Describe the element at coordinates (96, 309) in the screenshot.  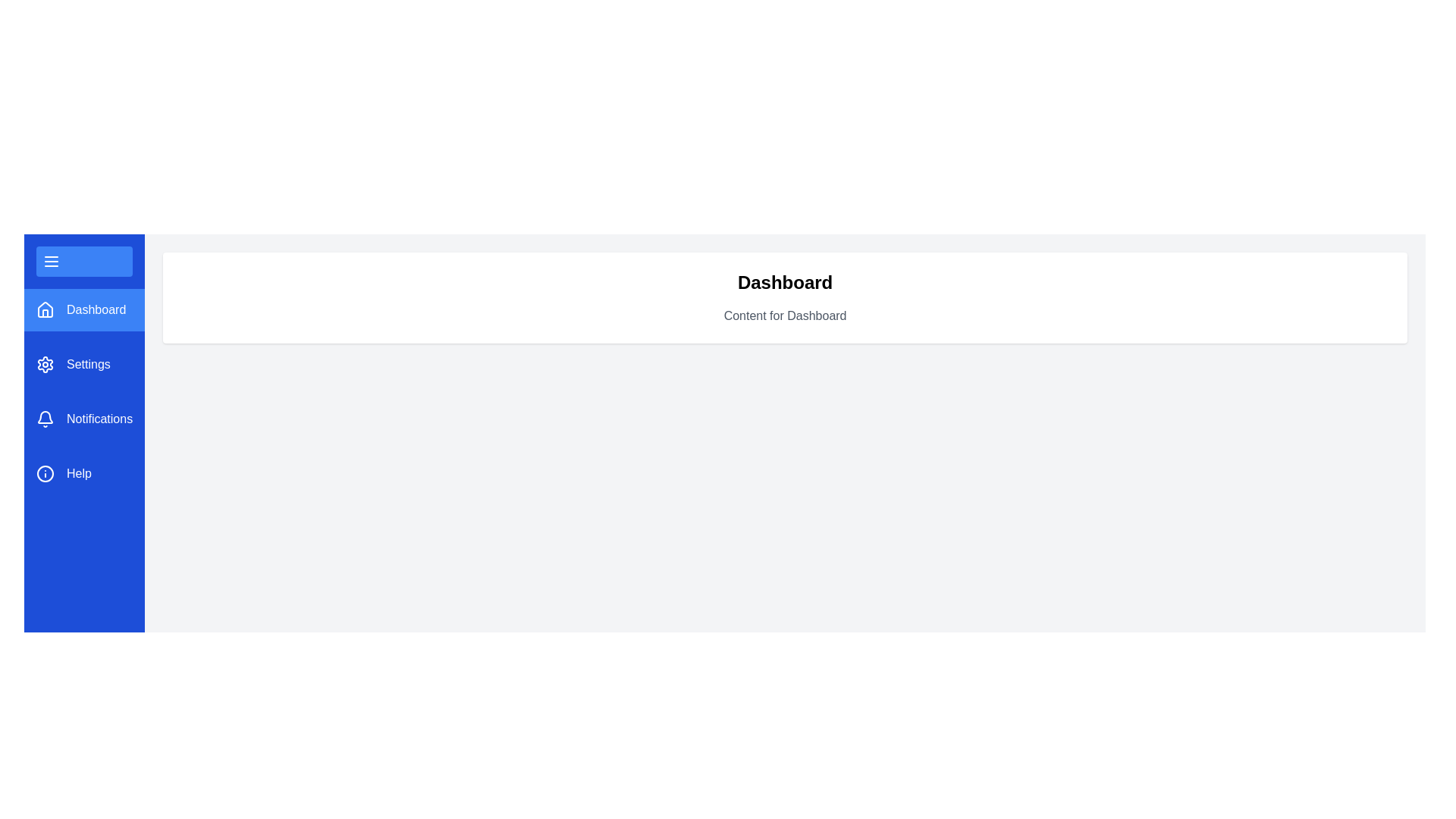
I see `the Text label in the sidebar menu that allows access to the Dashboard section` at that location.